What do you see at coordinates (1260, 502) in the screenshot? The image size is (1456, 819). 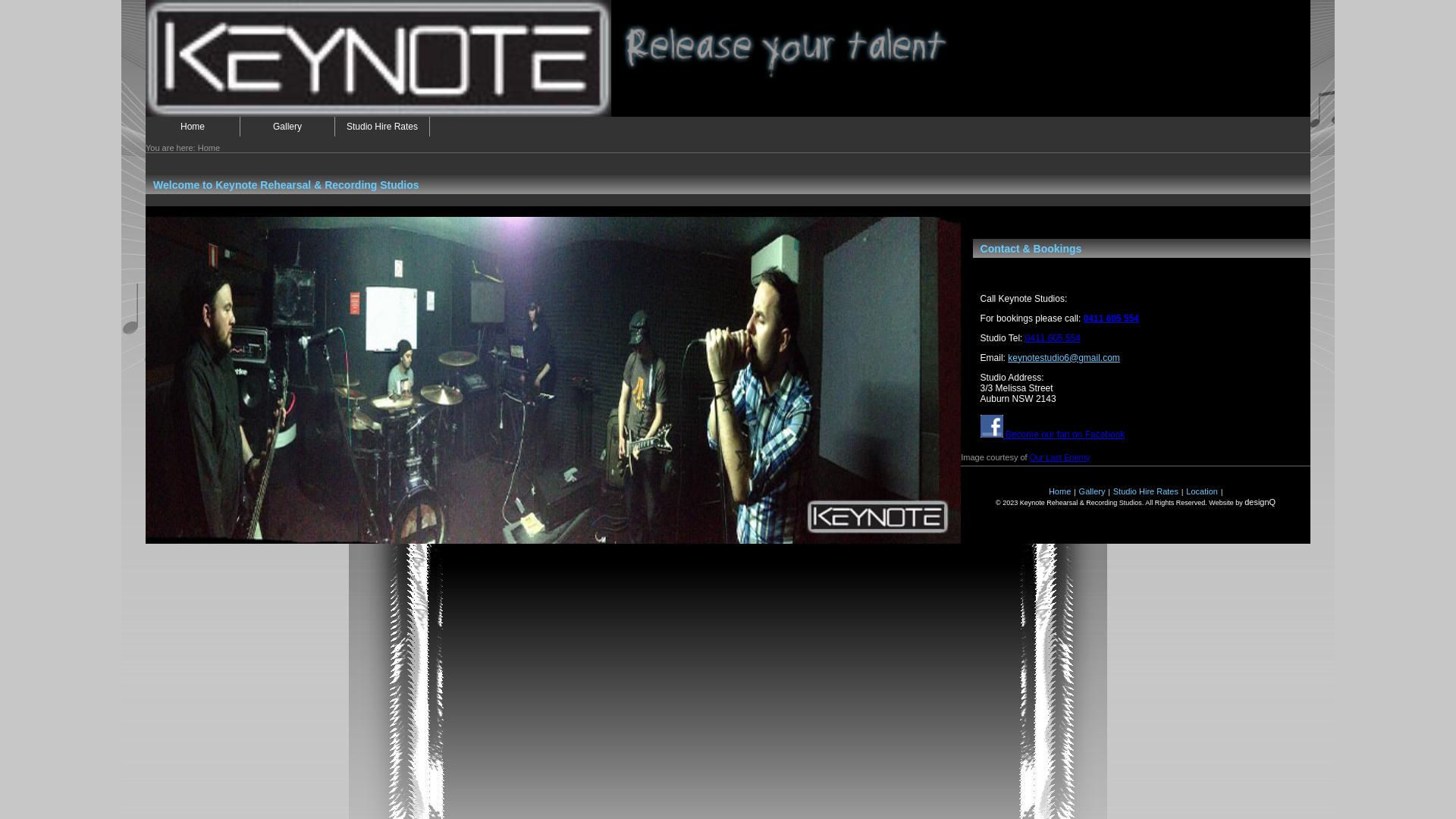 I see `'designQ'` at bounding box center [1260, 502].